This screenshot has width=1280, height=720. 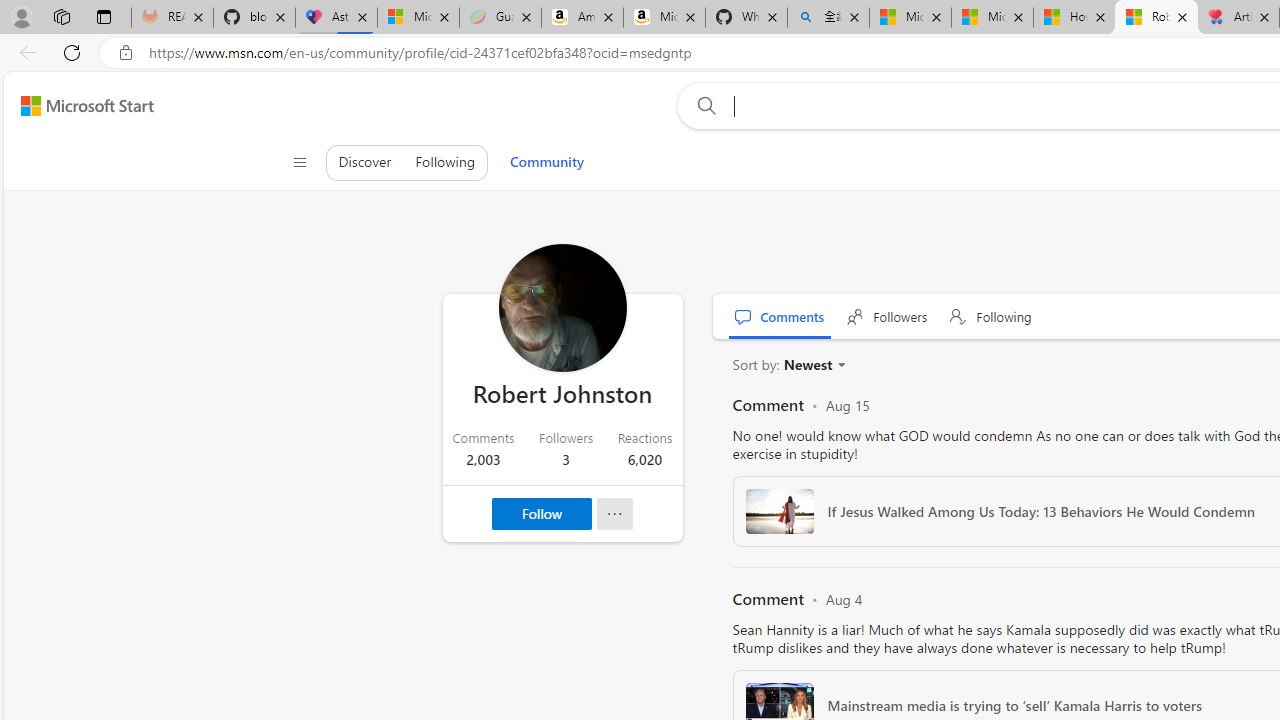 What do you see at coordinates (779, 315) in the screenshot?
I see `' Comments'` at bounding box center [779, 315].